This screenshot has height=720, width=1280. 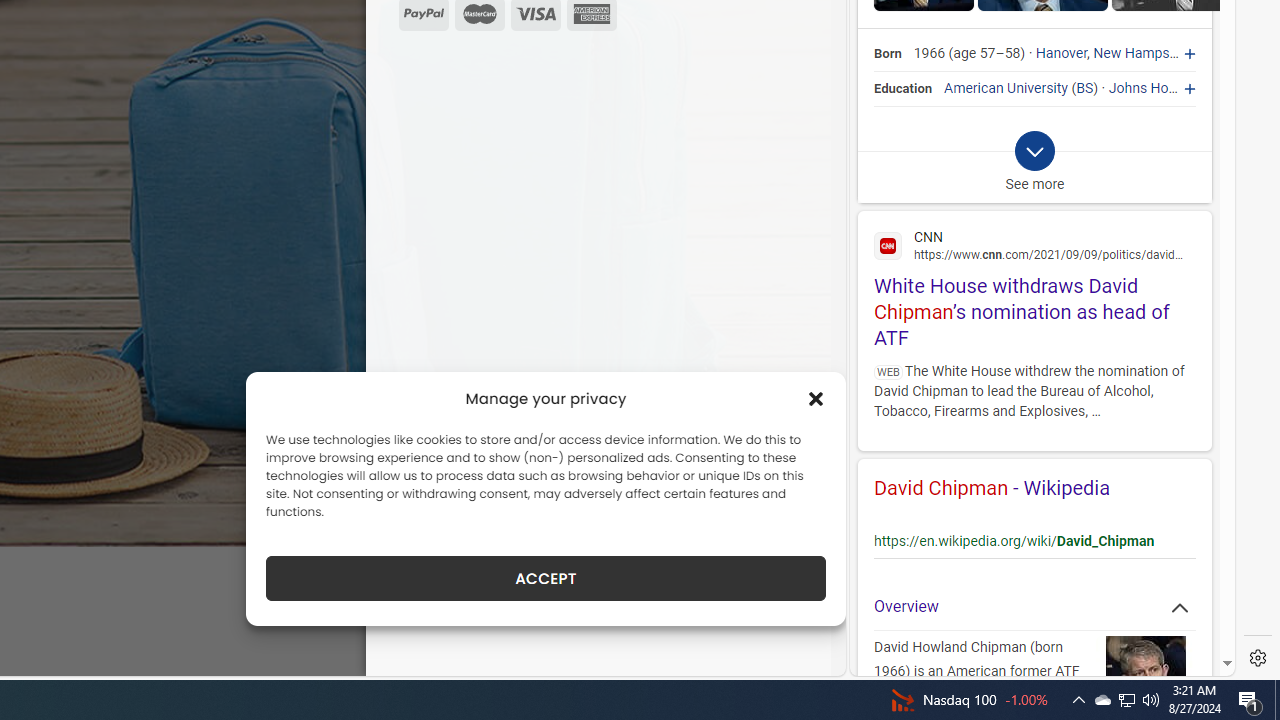 What do you see at coordinates (1187, 87) in the screenshot?
I see `'Johns Hopkins University'` at bounding box center [1187, 87].